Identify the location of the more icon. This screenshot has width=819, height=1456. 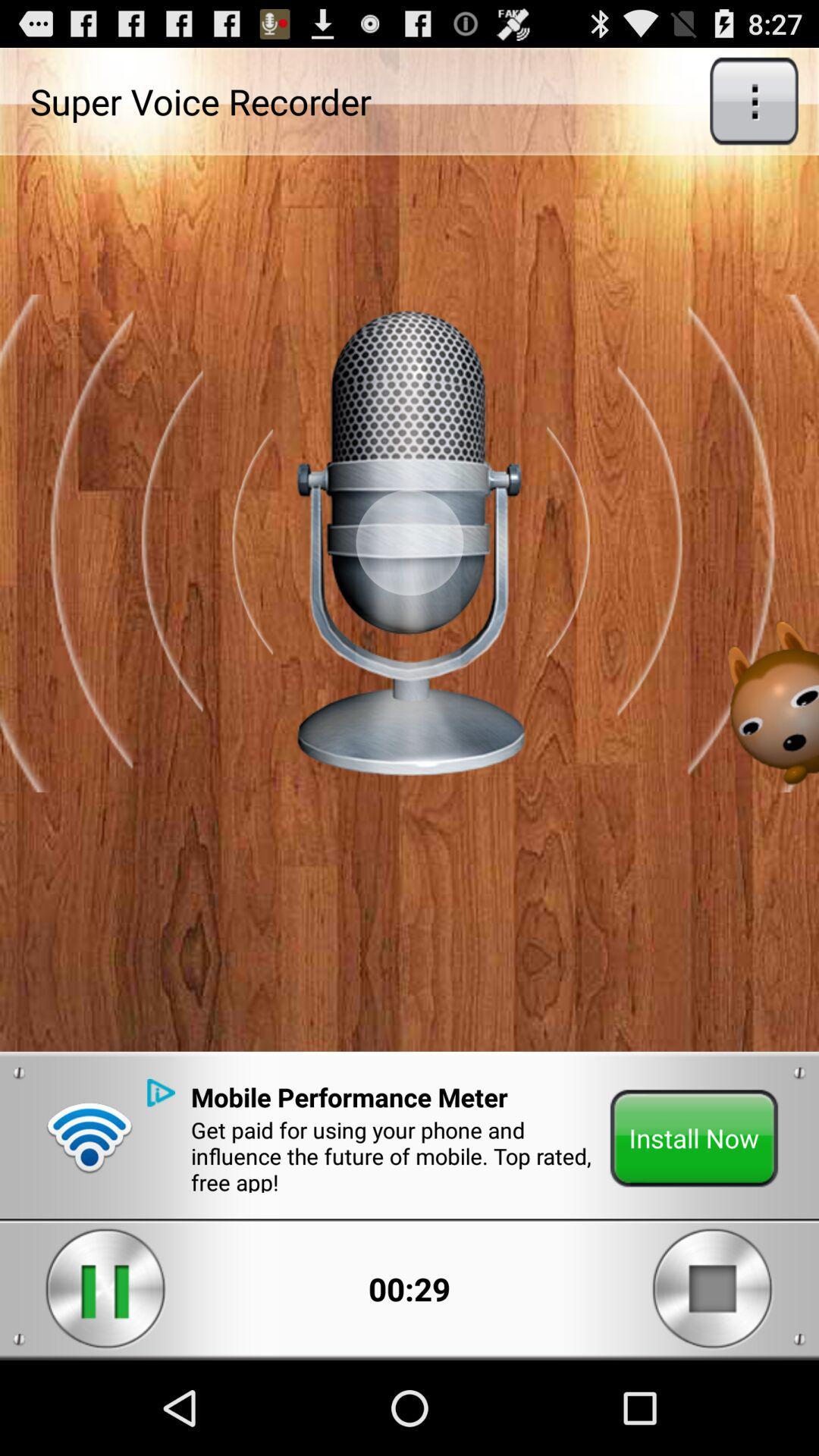
(754, 107).